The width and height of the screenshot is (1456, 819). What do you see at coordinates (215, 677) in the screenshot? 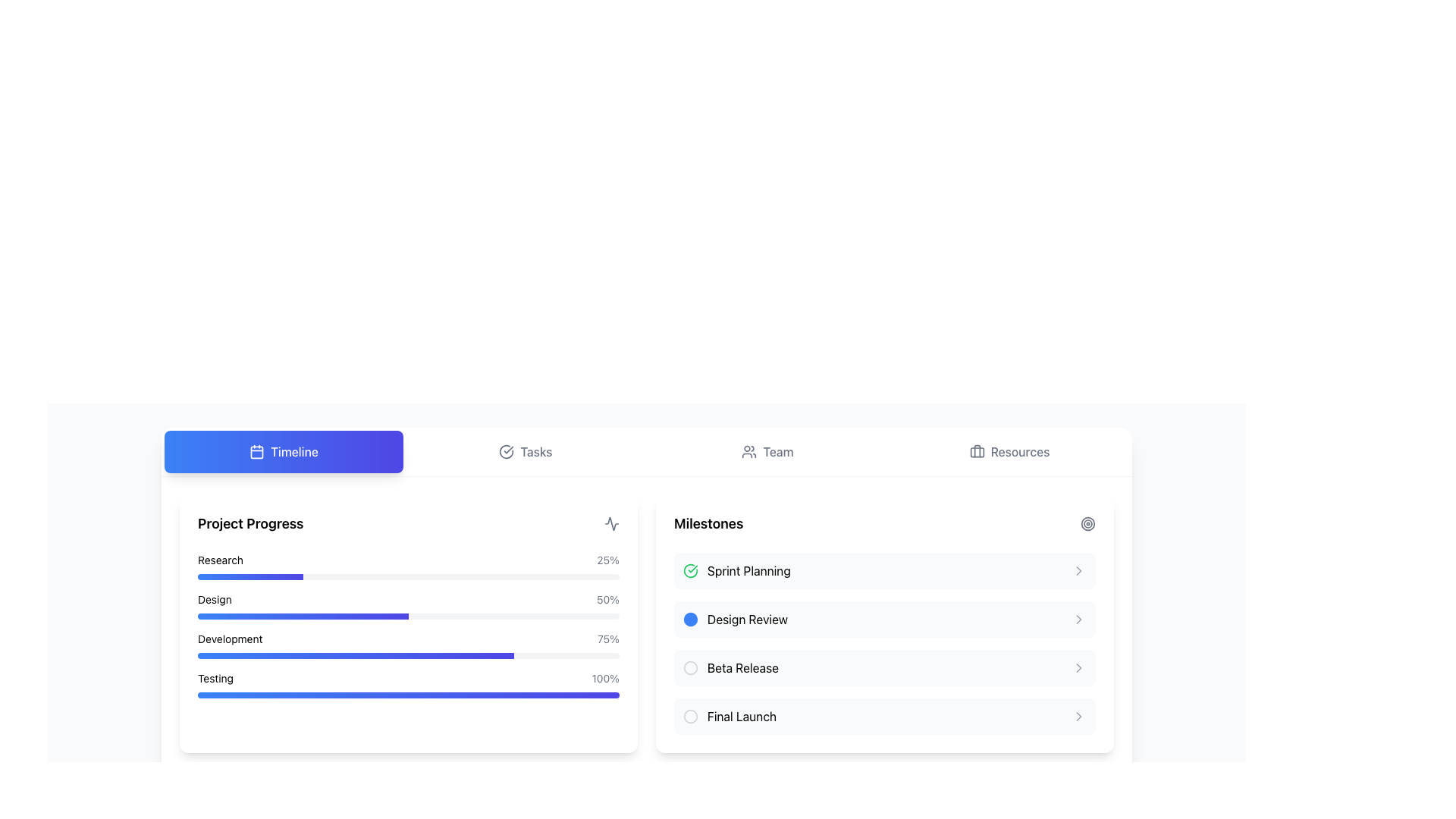
I see `the text label indicating the task or category above the progress bar labeled '100%'` at bounding box center [215, 677].